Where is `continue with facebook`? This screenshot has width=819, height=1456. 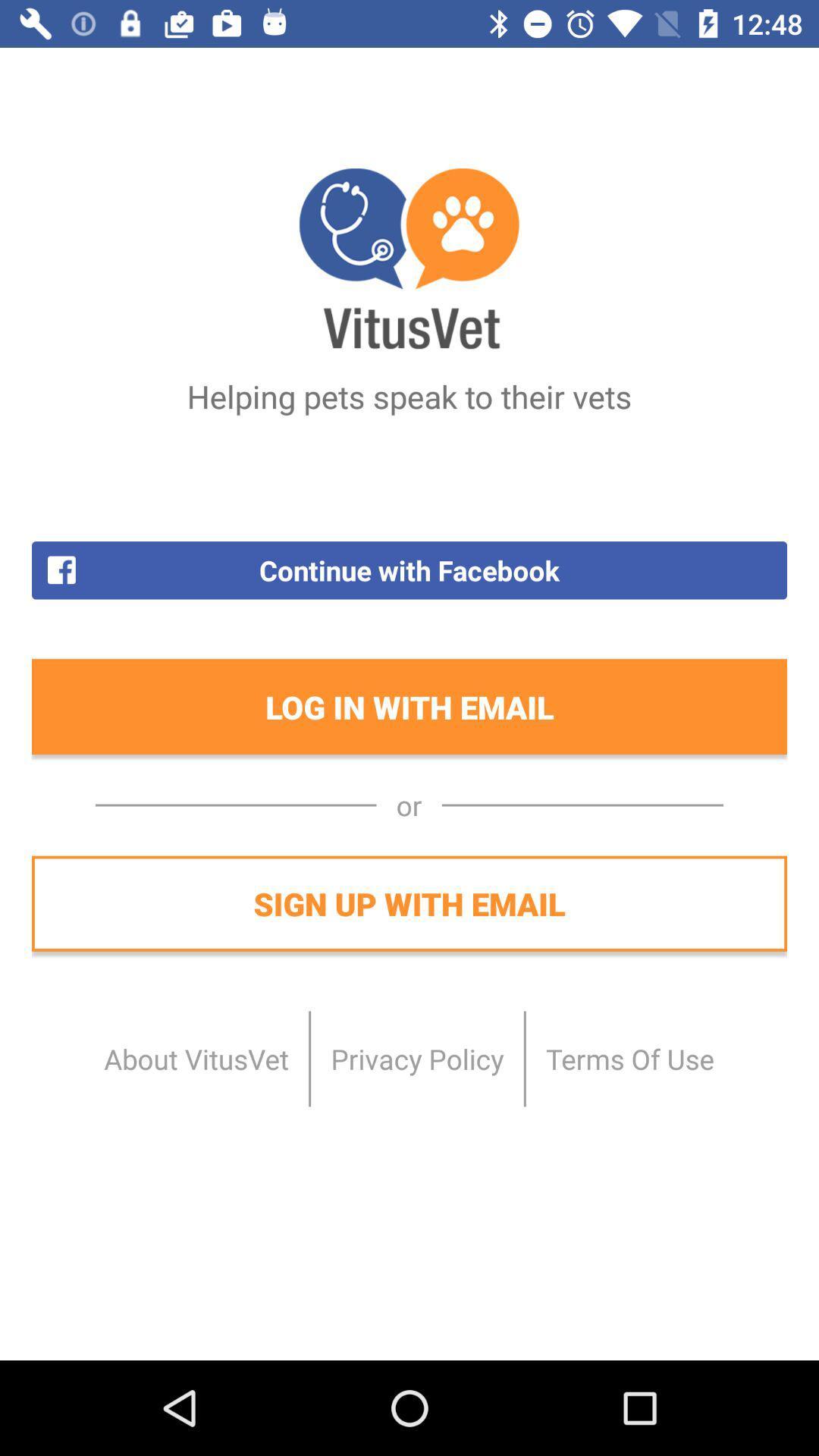
continue with facebook is located at coordinates (409, 570).